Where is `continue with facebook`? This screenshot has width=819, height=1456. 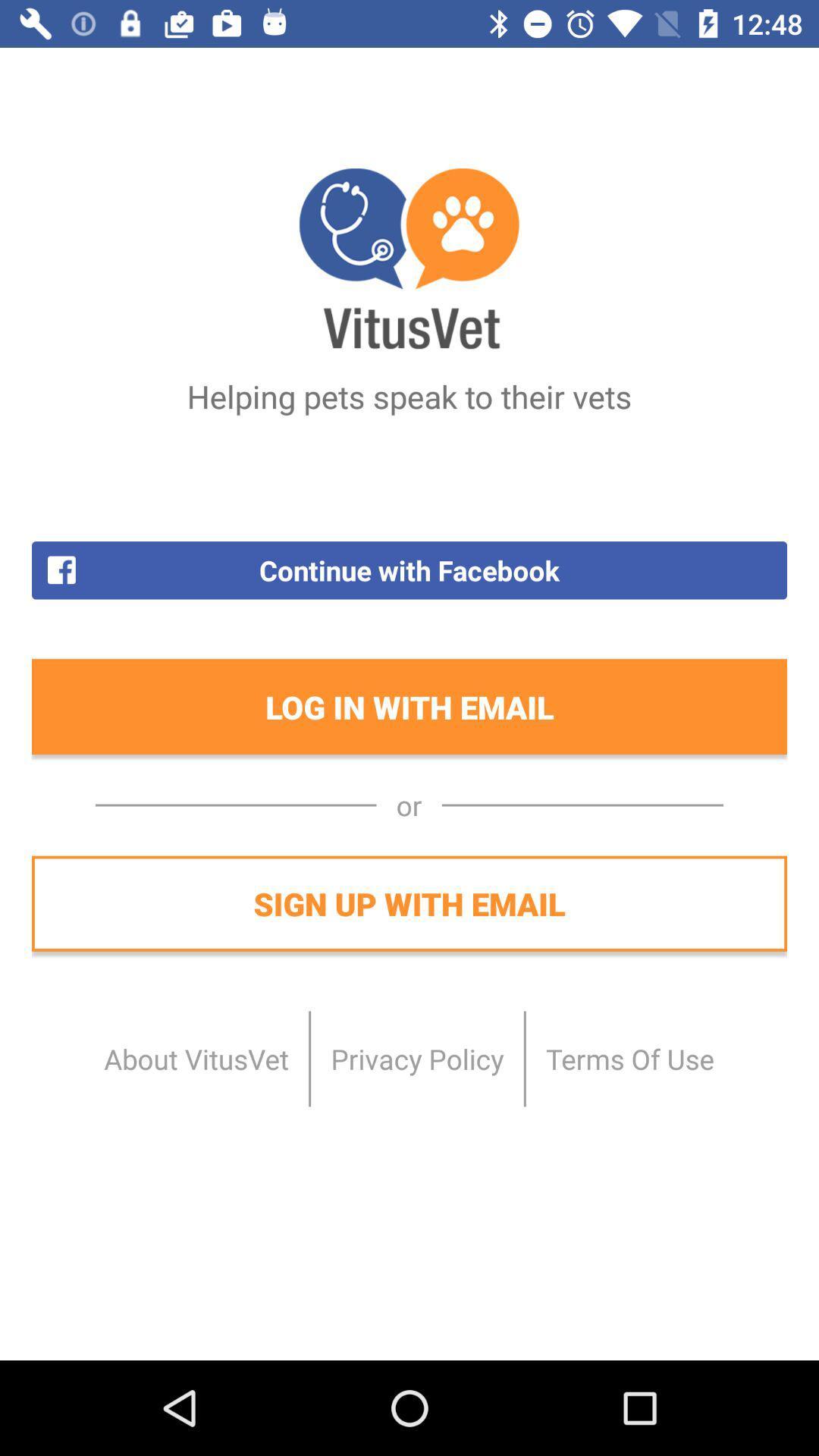
continue with facebook is located at coordinates (409, 570).